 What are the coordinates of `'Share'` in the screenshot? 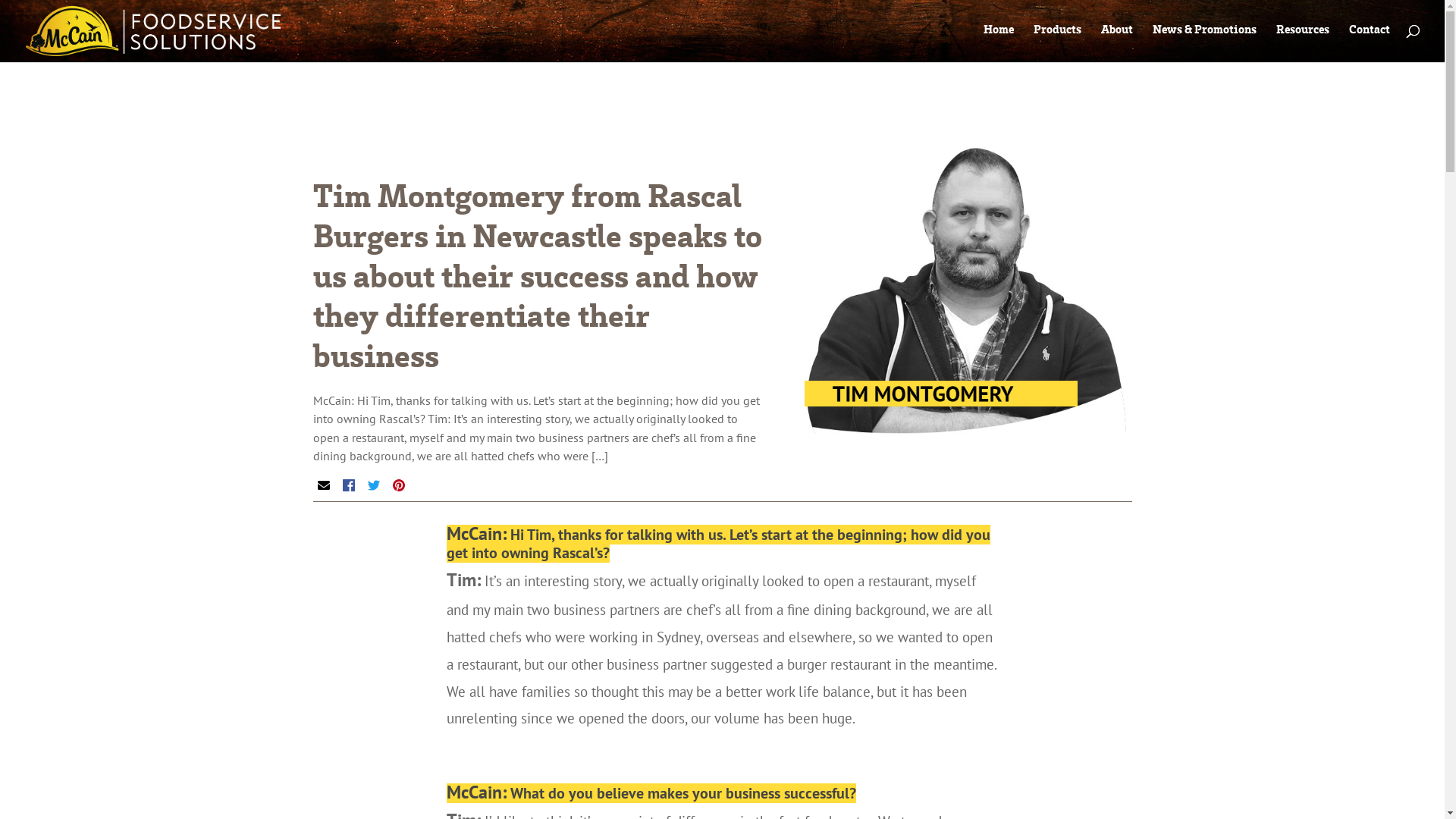 It's located at (348, 485).